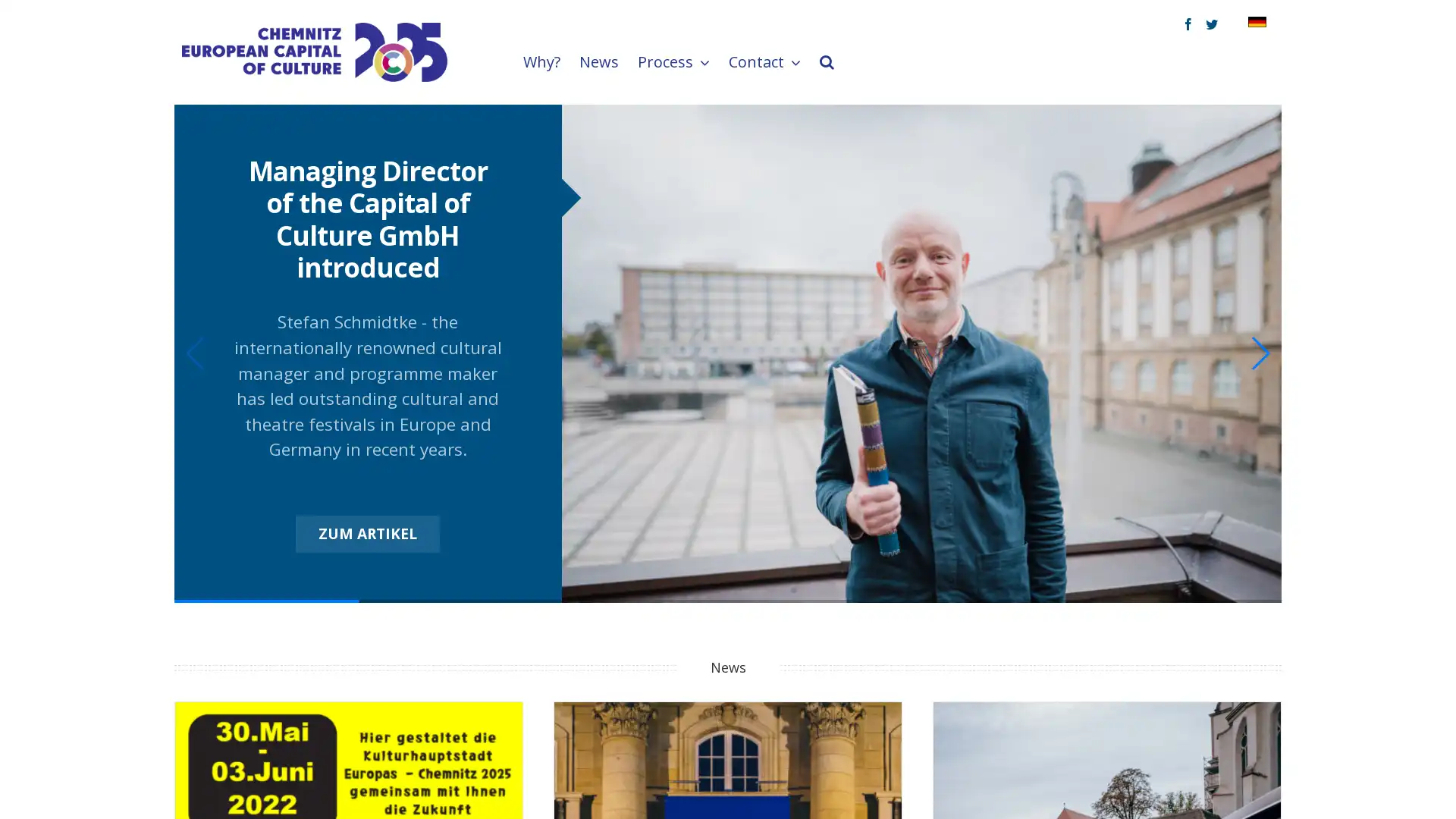 The width and height of the screenshot is (1456, 819). I want to click on Previous slide, so click(195, 353).